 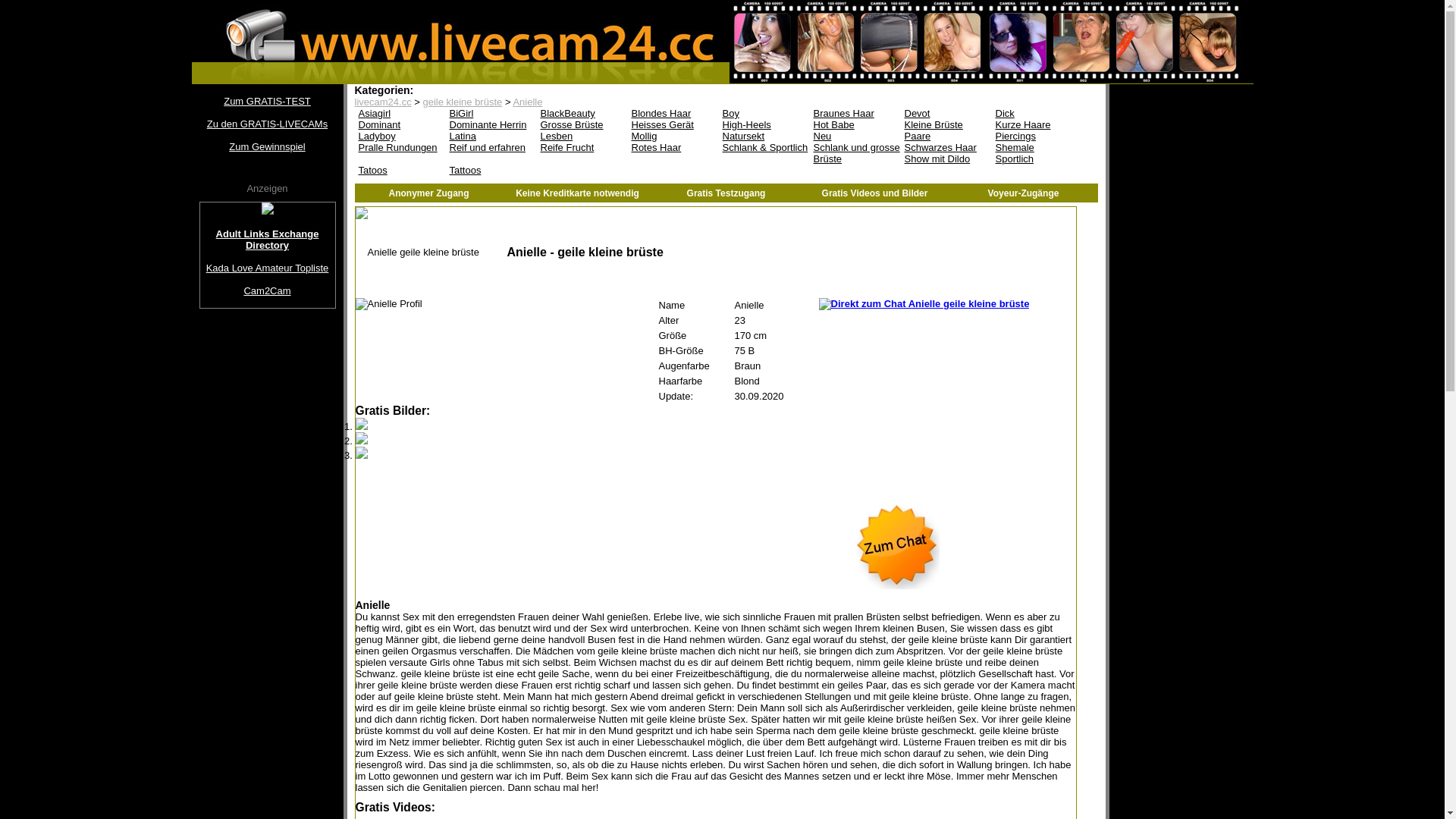 What do you see at coordinates (1037, 124) in the screenshot?
I see `'Kurze Haare'` at bounding box center [1037, 124].